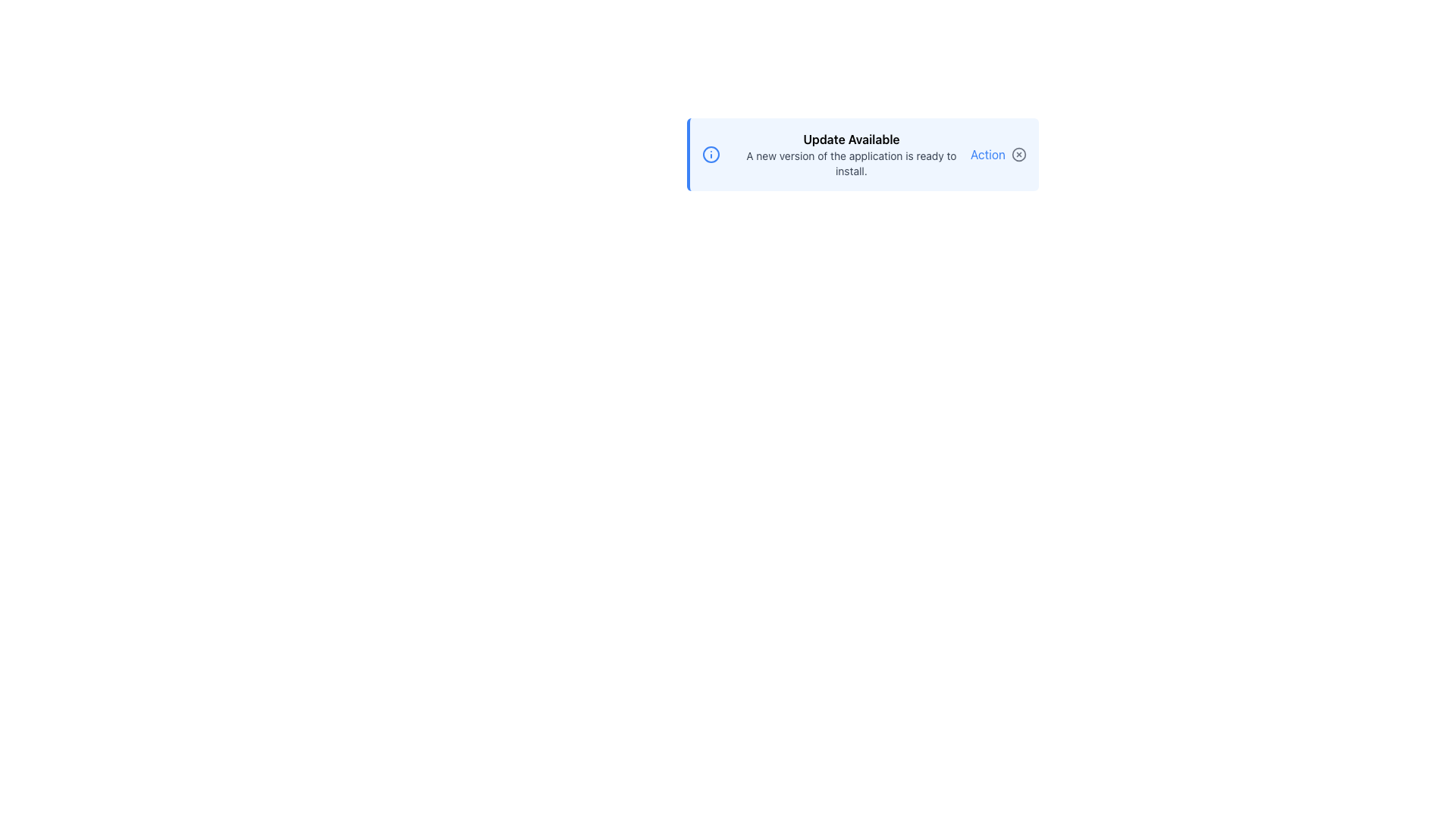  I want to click on the minimal circular gray button with a diagonal cross (X) in the middle, so click(1019, 155).